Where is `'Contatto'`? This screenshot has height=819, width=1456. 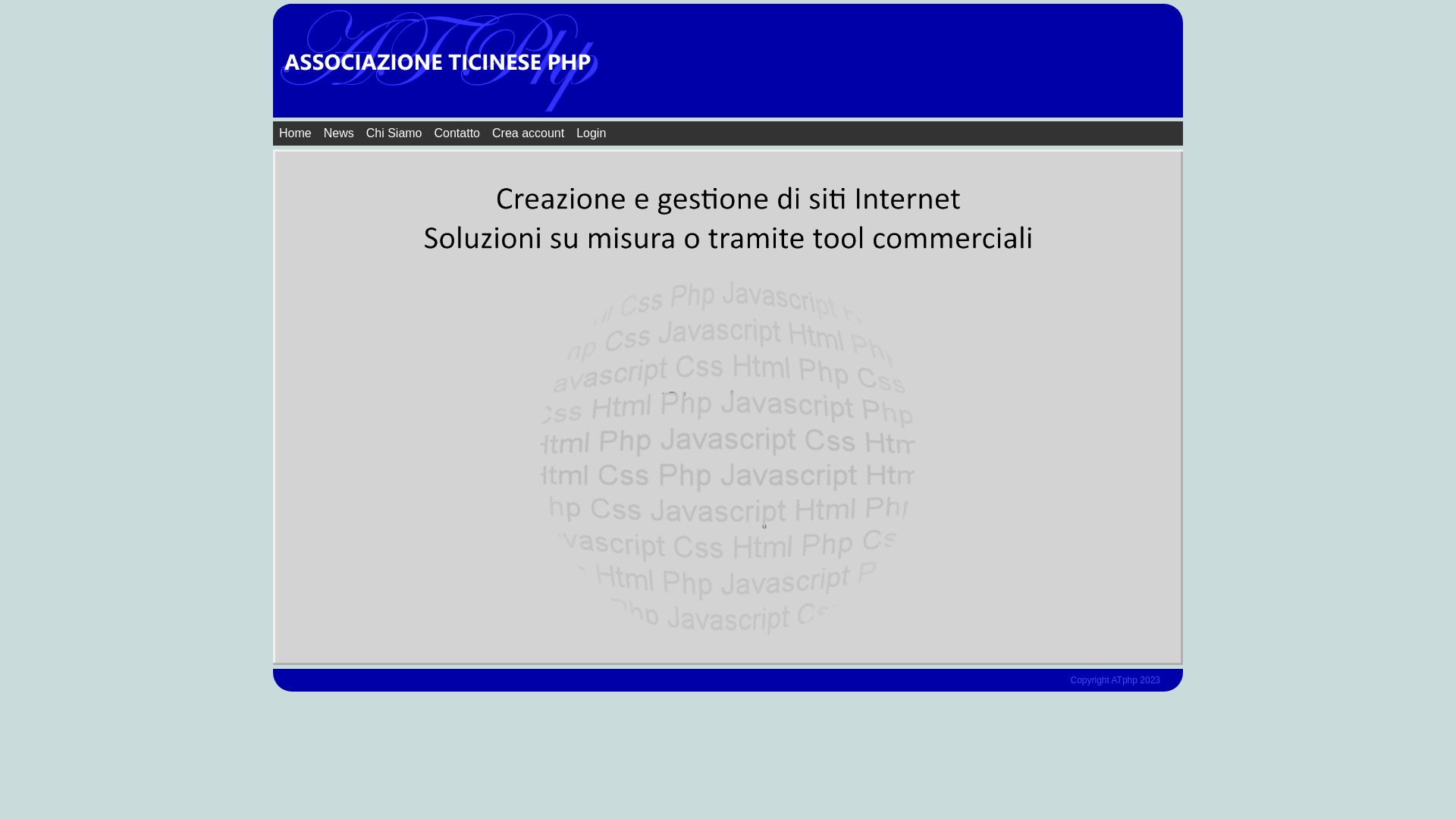 'Contatto' is located at coordinates (457, 133).